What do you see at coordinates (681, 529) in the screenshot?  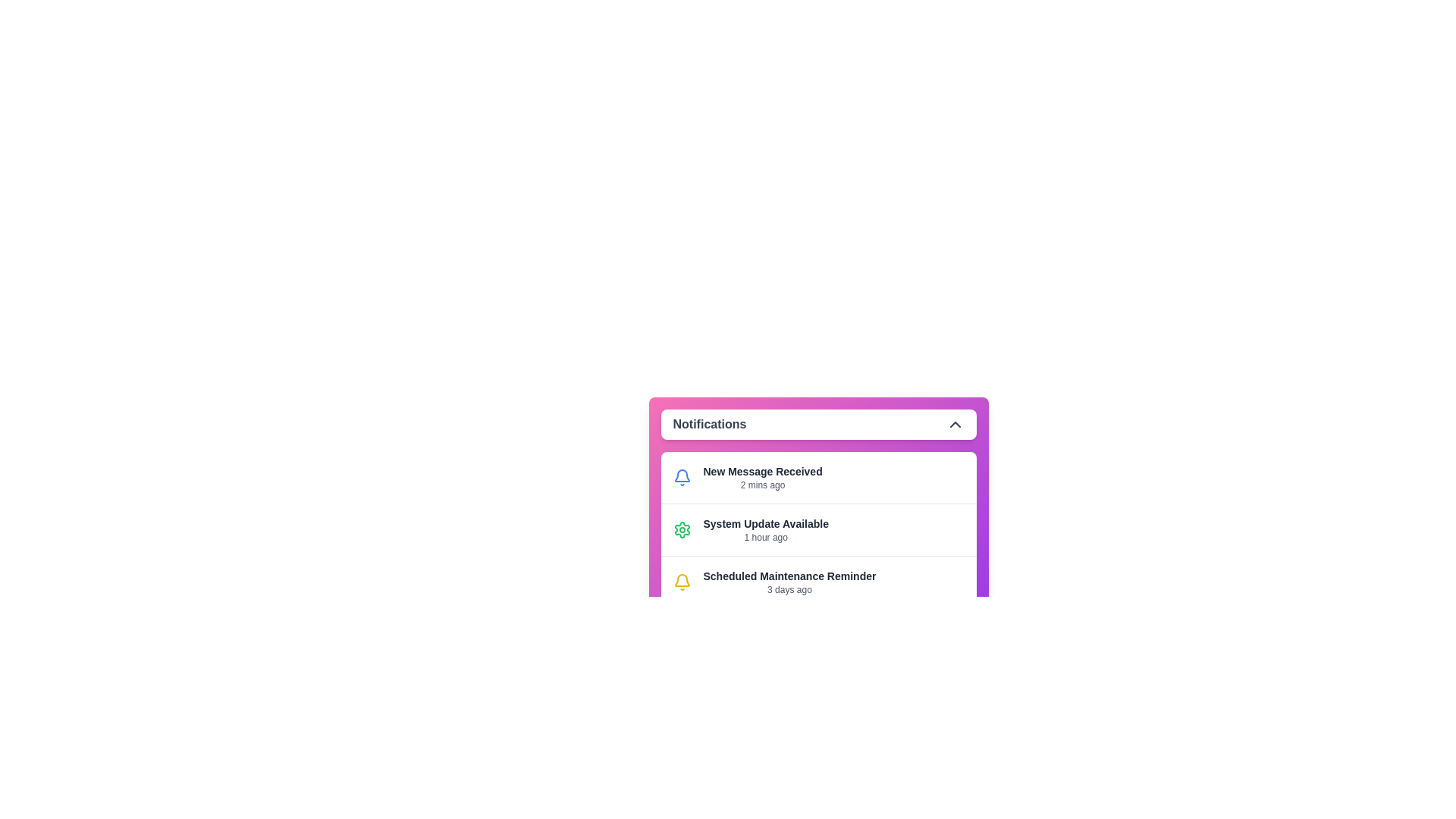 I see `the settings icon next to the 'System Update Available' notification` at bounding box center [681, 529].